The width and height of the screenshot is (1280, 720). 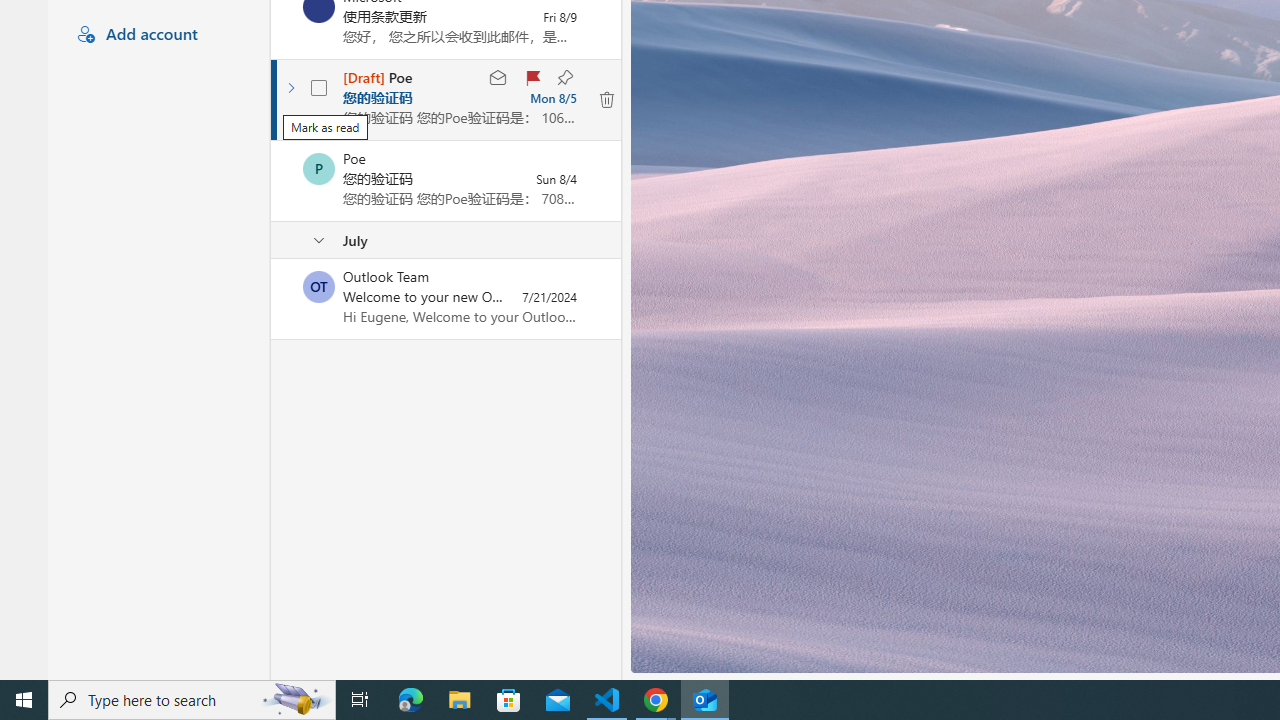 What do you see at coordinates (320, 86) in the screenshot?
I see `'AutomationID: checkbox-205'` at bounding box center [320, 86].